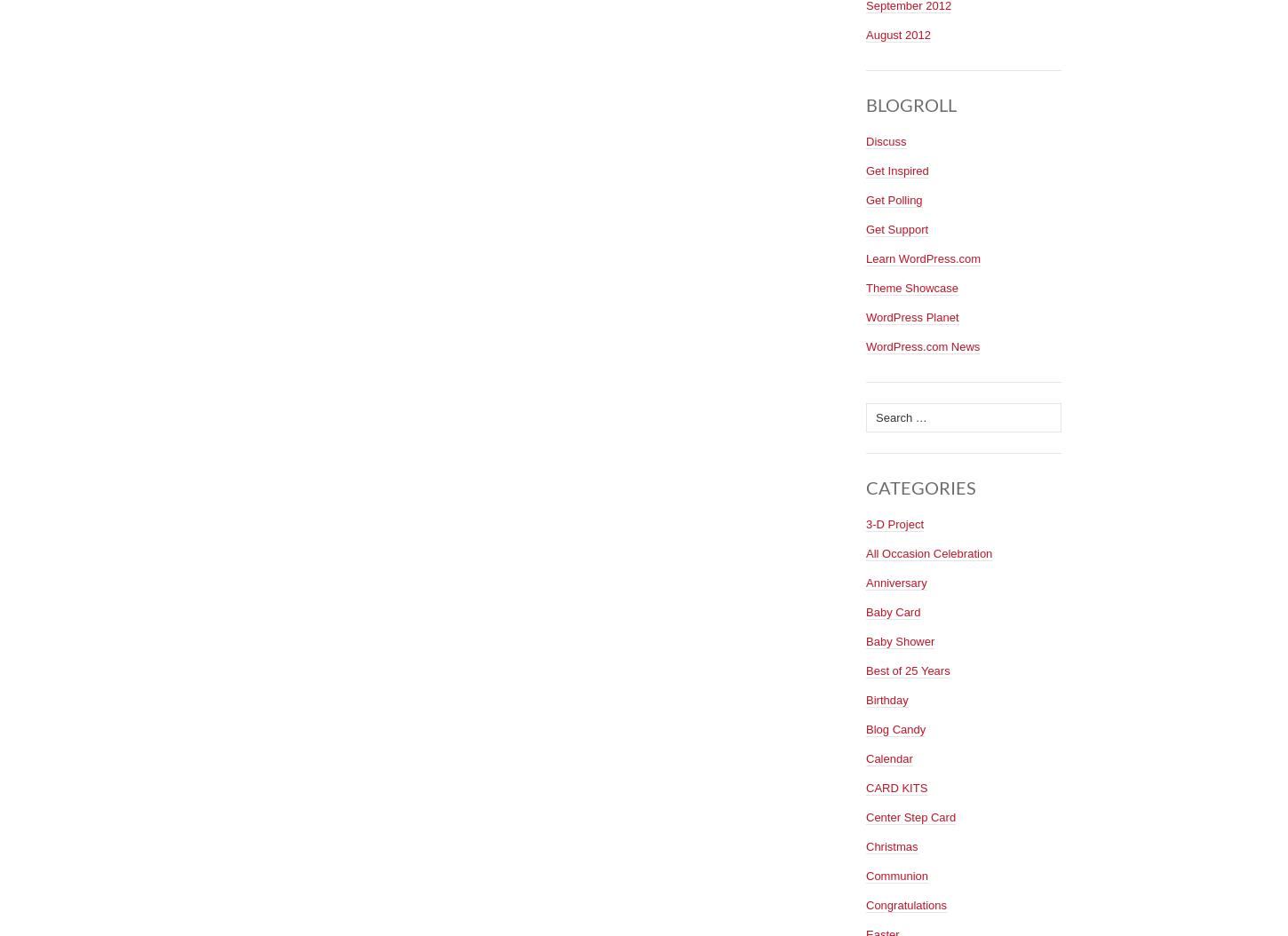  I want to click on 'Birthday', so click(886, 699).